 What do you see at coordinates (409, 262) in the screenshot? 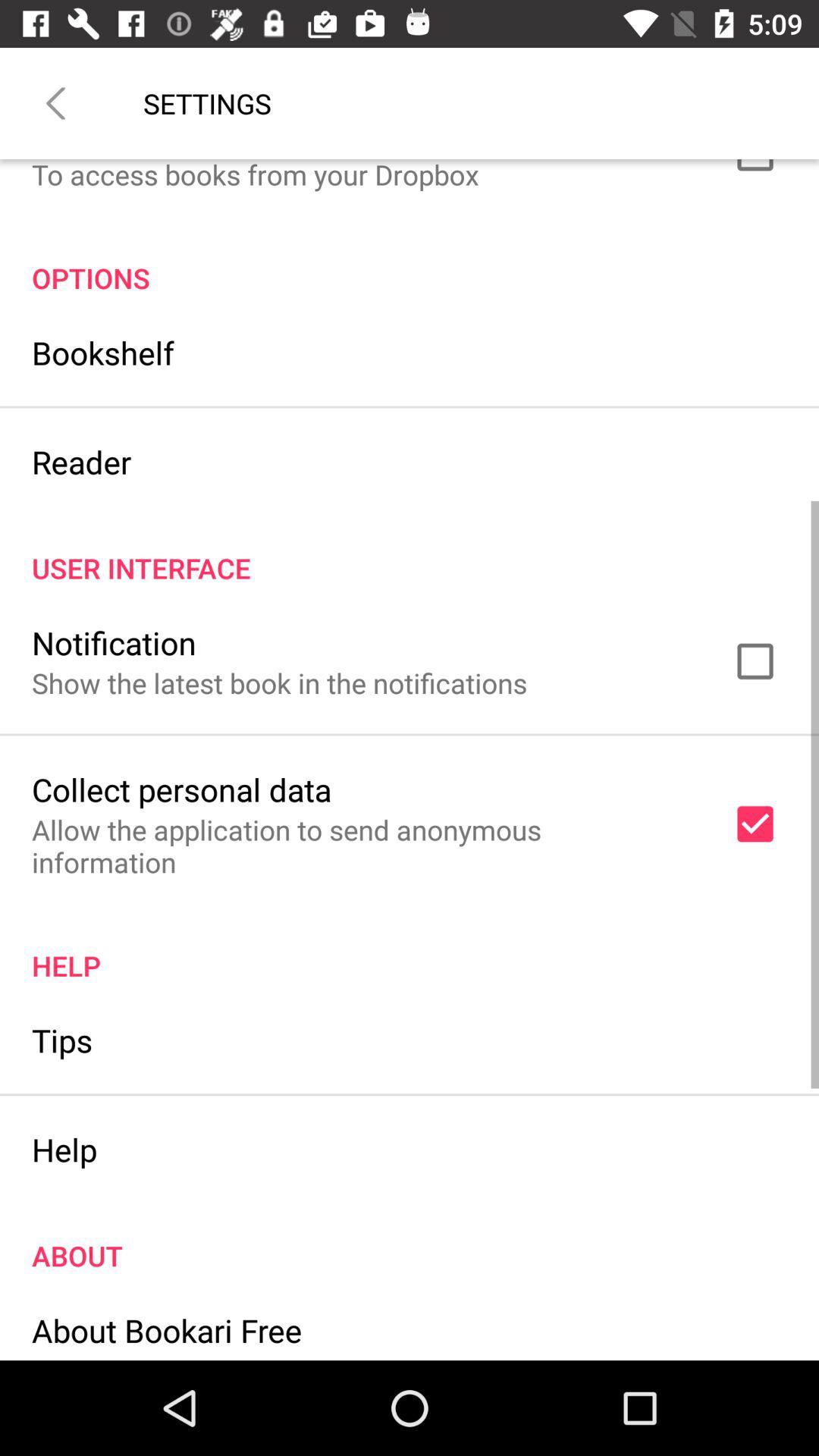
I see `the options` at bounding box center [409, 262].